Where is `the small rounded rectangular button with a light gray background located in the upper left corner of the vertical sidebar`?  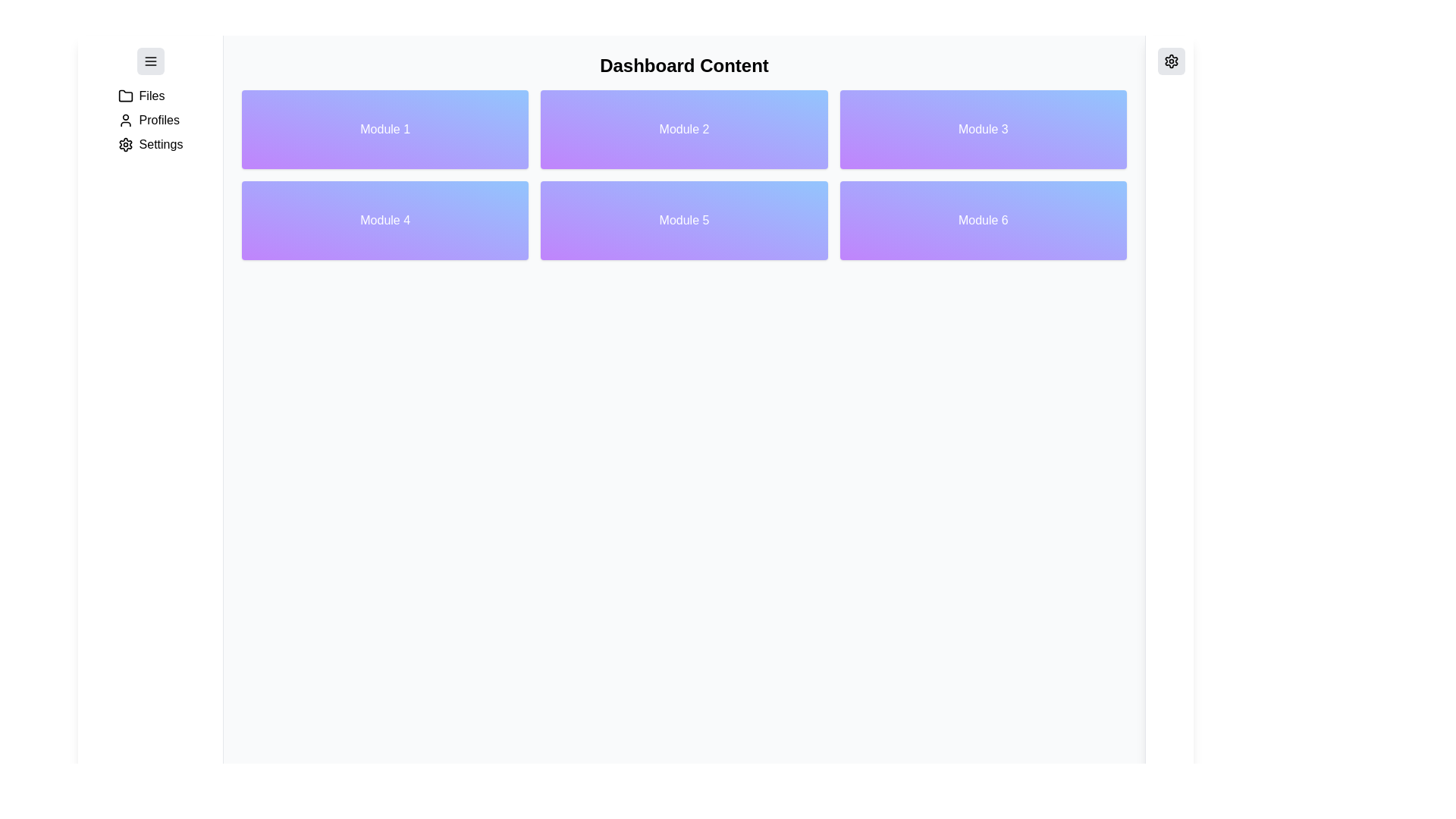
the small rounded rectangular button with a light gray background located in the upper left corner of the vertical sidebar is located at coordinates (150, 61).